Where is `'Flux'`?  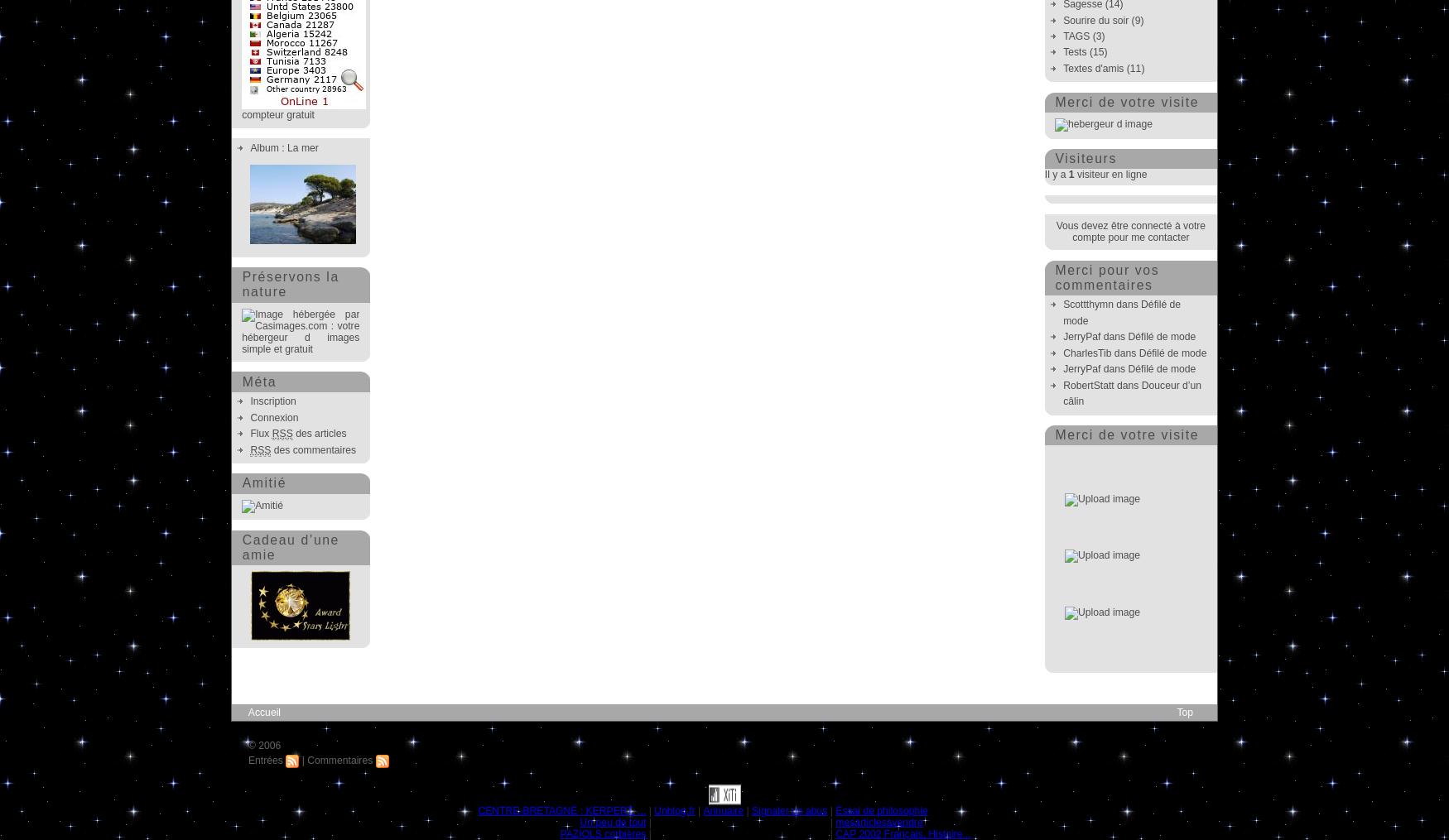 'Flux' is located at coordinates (249, 434).